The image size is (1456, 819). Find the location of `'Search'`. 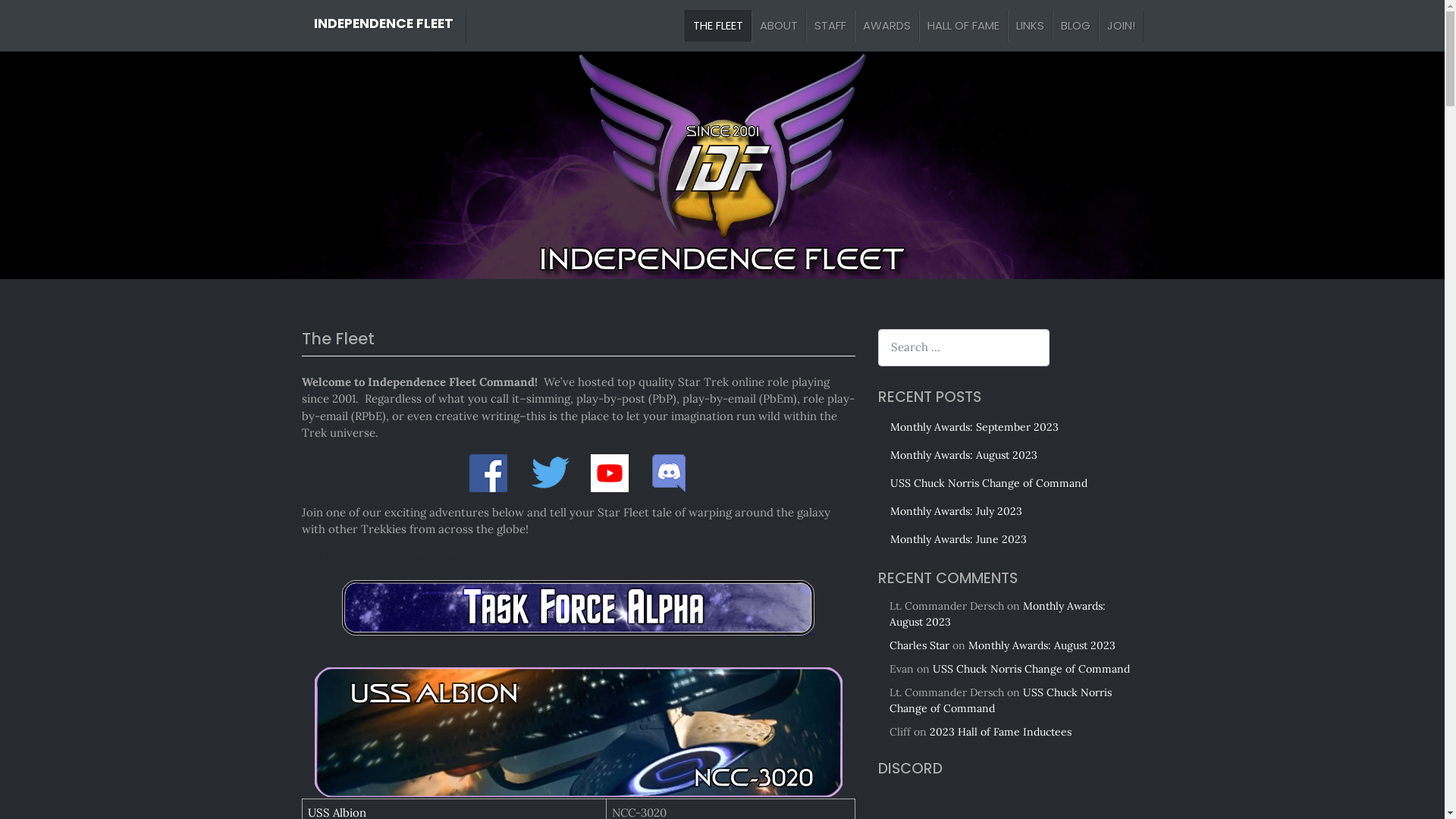

'Search' is located at coordinates (31, 18).